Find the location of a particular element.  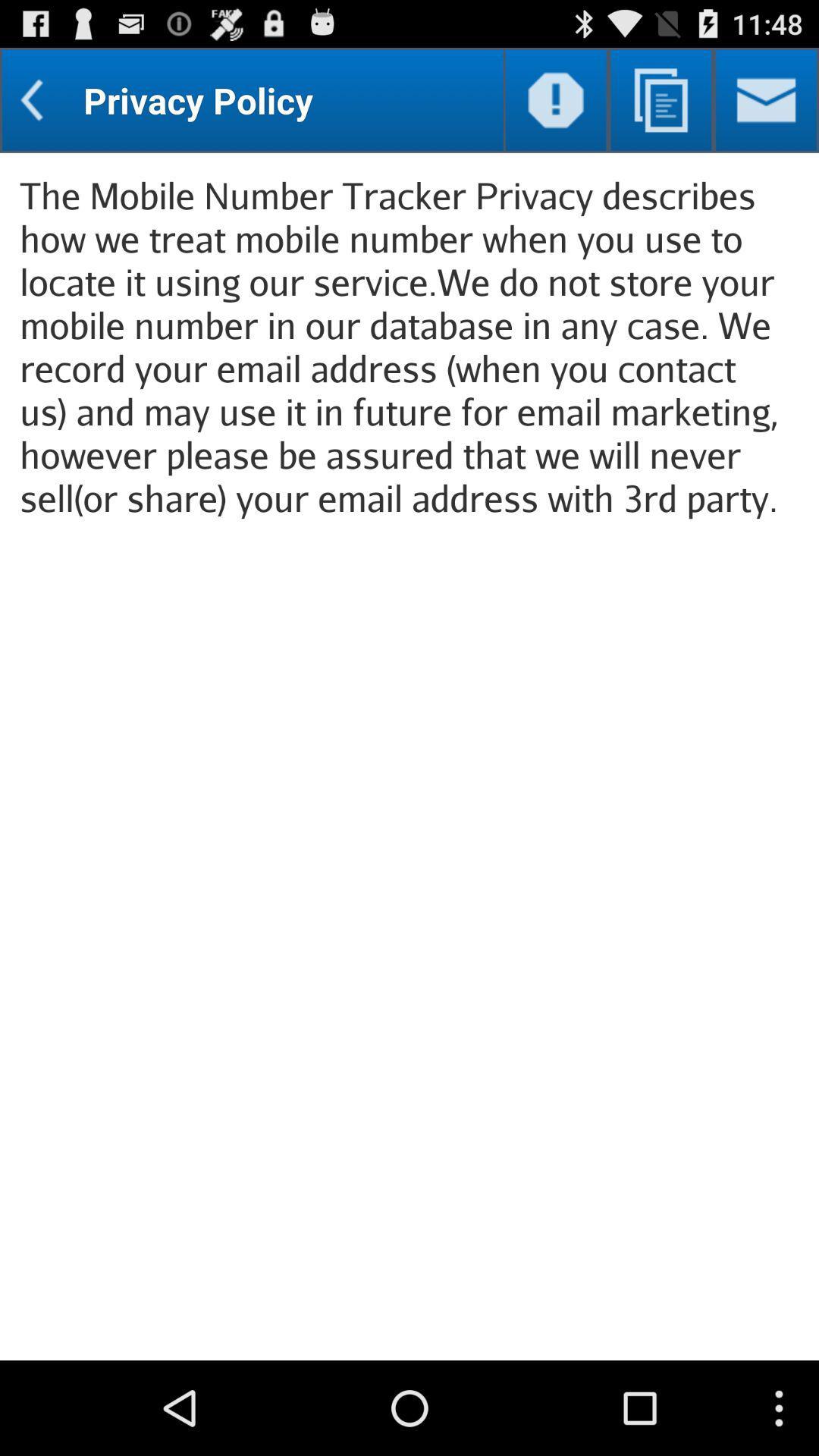

describes is located at coordinates (660, 99).